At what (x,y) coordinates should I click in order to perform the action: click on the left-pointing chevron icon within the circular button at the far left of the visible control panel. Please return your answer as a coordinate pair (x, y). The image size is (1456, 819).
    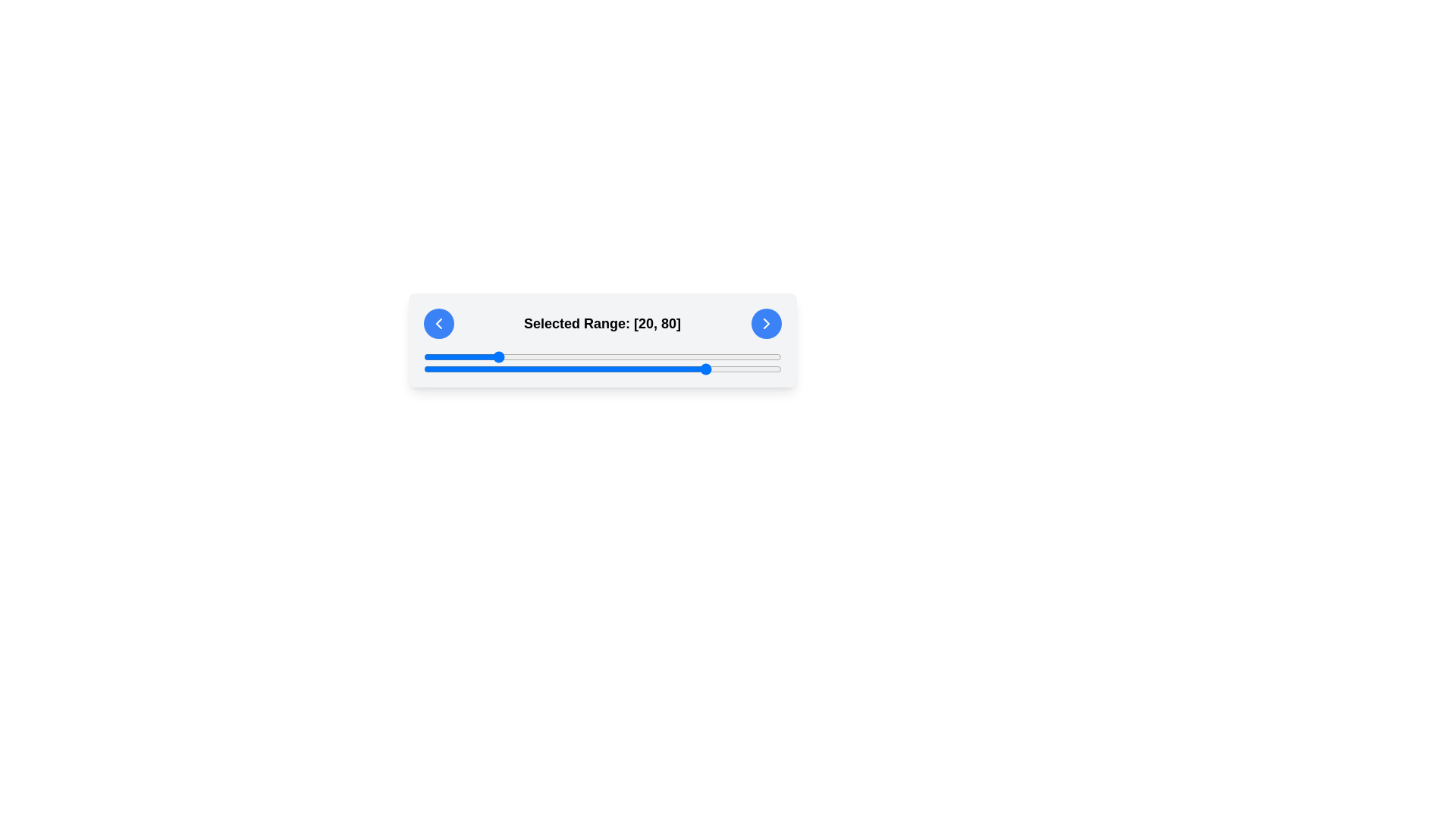
    Looking at the image, I should click on (438, 323).